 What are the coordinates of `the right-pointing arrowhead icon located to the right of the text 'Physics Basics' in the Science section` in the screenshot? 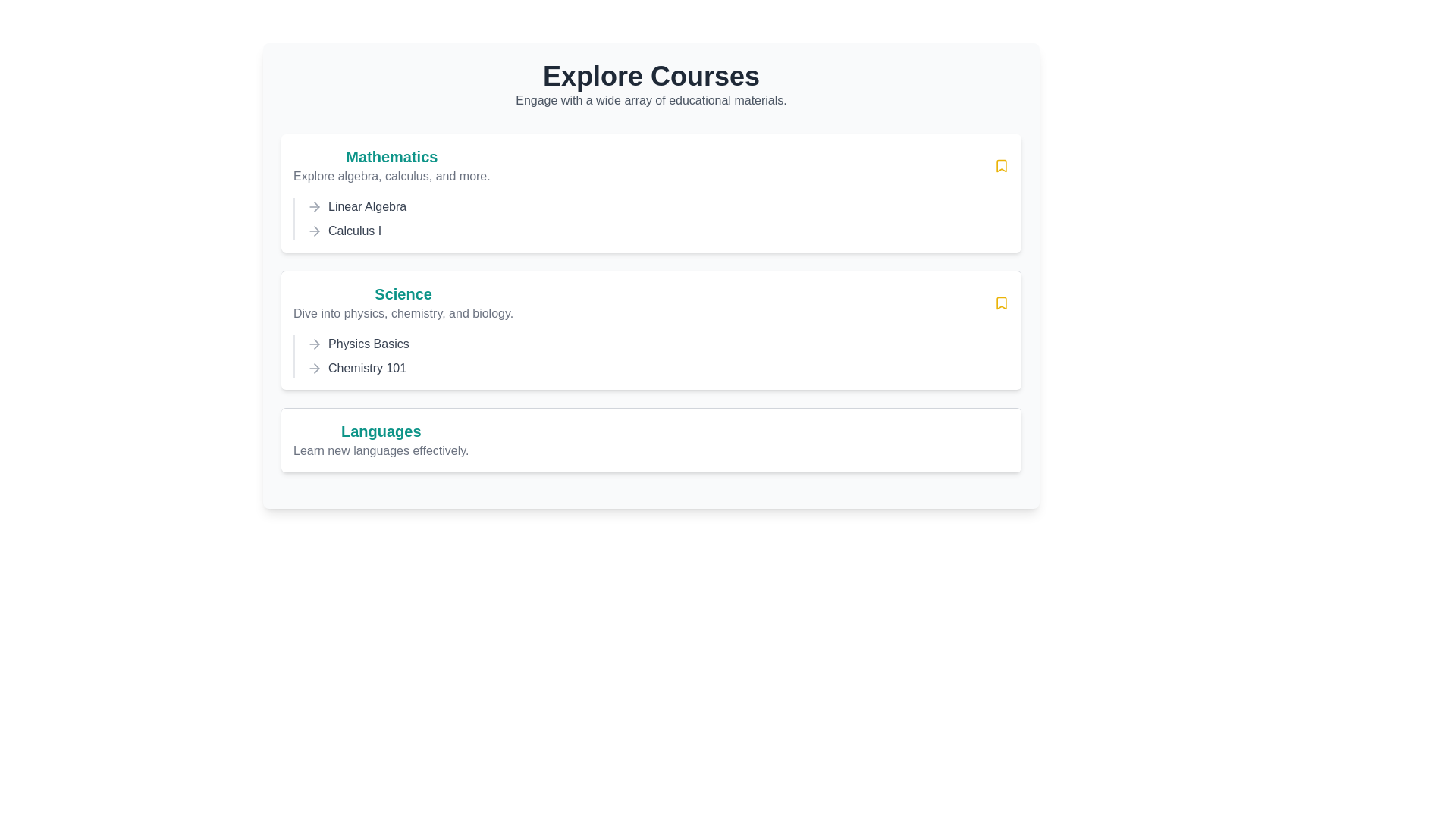 It's located at (315, 344).